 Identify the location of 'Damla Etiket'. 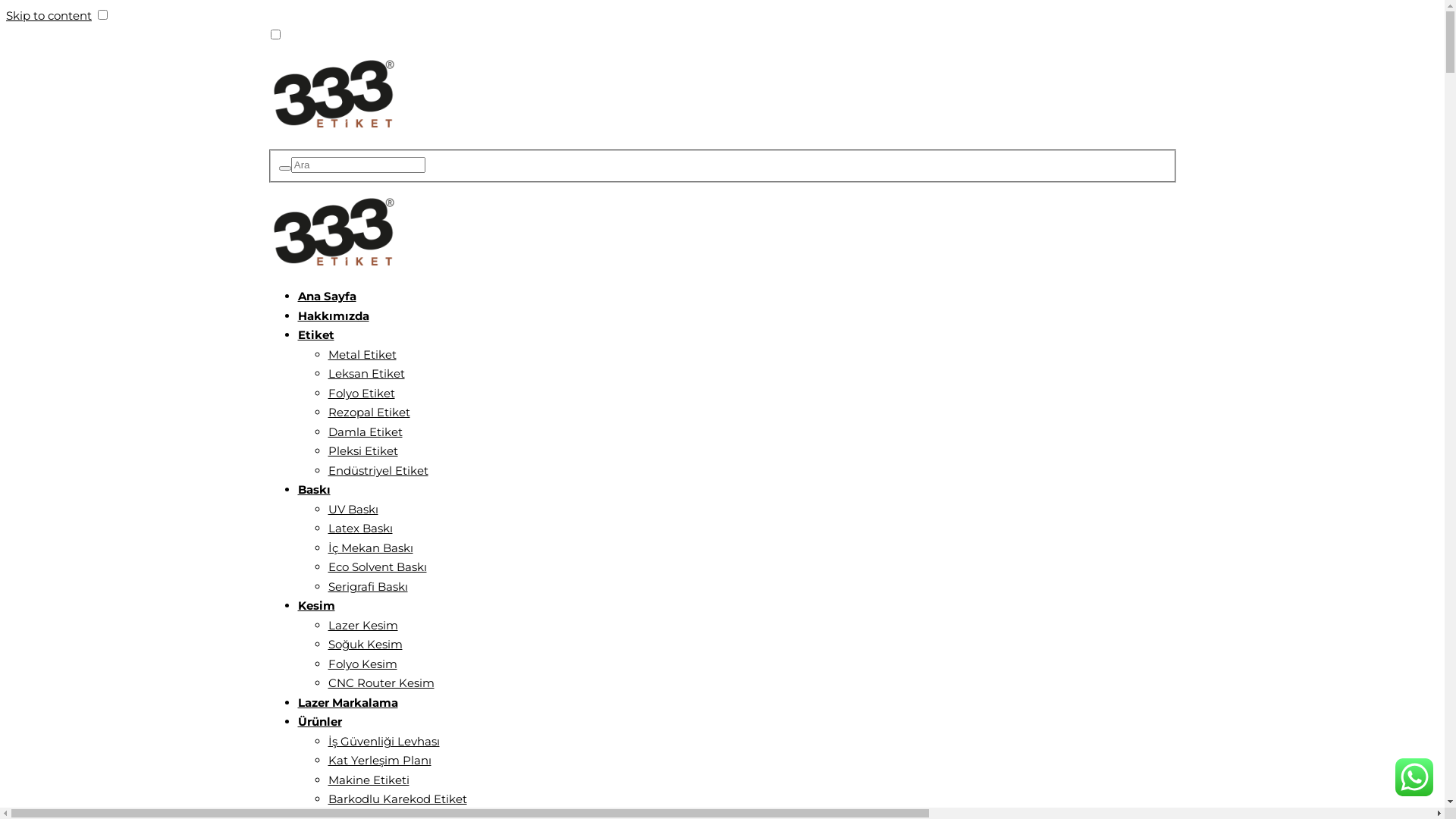
(364, 431).